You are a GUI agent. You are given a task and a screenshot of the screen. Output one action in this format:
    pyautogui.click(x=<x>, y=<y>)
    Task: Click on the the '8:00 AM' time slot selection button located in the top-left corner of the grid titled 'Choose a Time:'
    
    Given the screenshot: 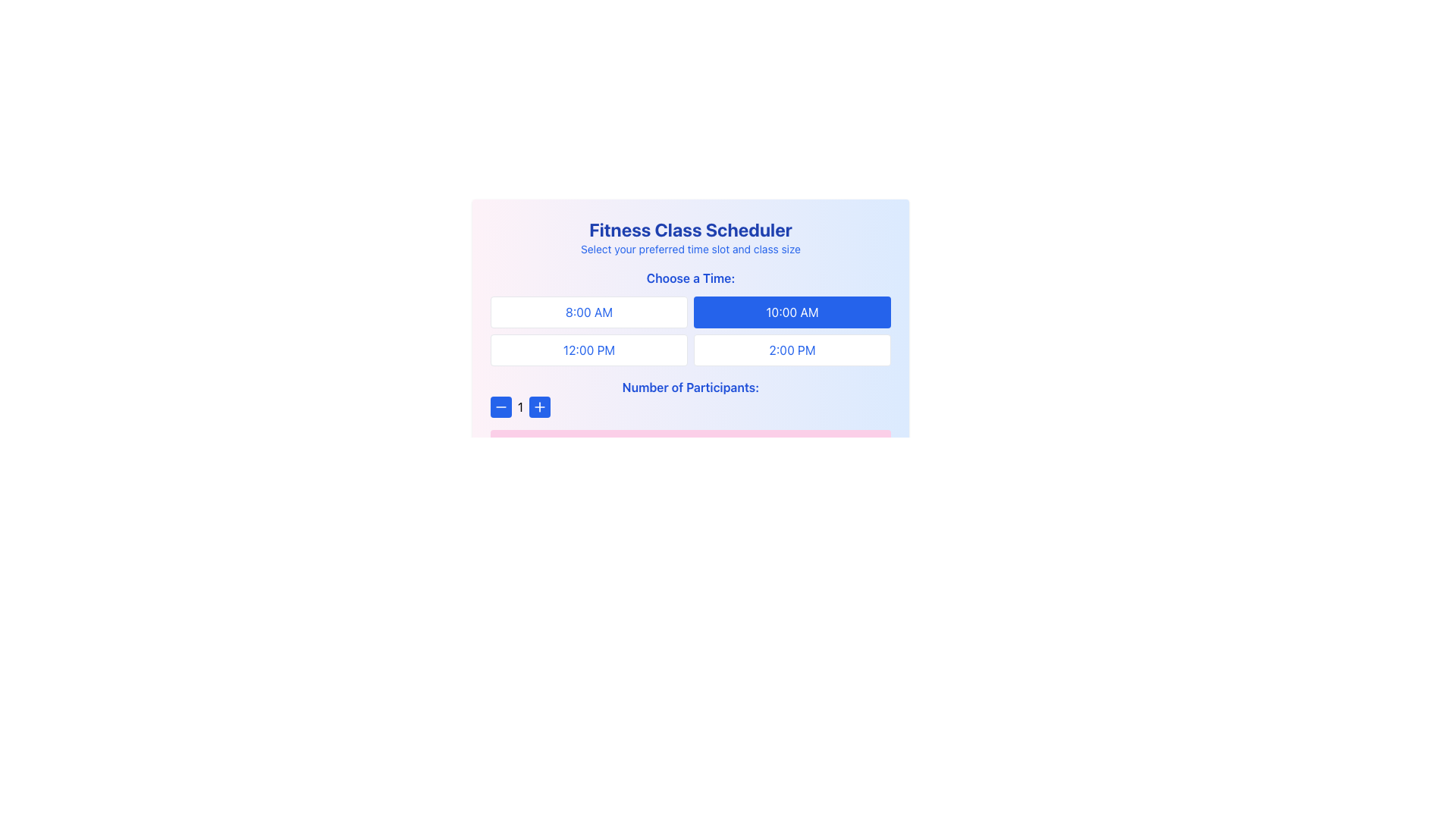 What is the action you would take?
    pyautogui.click(x=588, y=312)
    